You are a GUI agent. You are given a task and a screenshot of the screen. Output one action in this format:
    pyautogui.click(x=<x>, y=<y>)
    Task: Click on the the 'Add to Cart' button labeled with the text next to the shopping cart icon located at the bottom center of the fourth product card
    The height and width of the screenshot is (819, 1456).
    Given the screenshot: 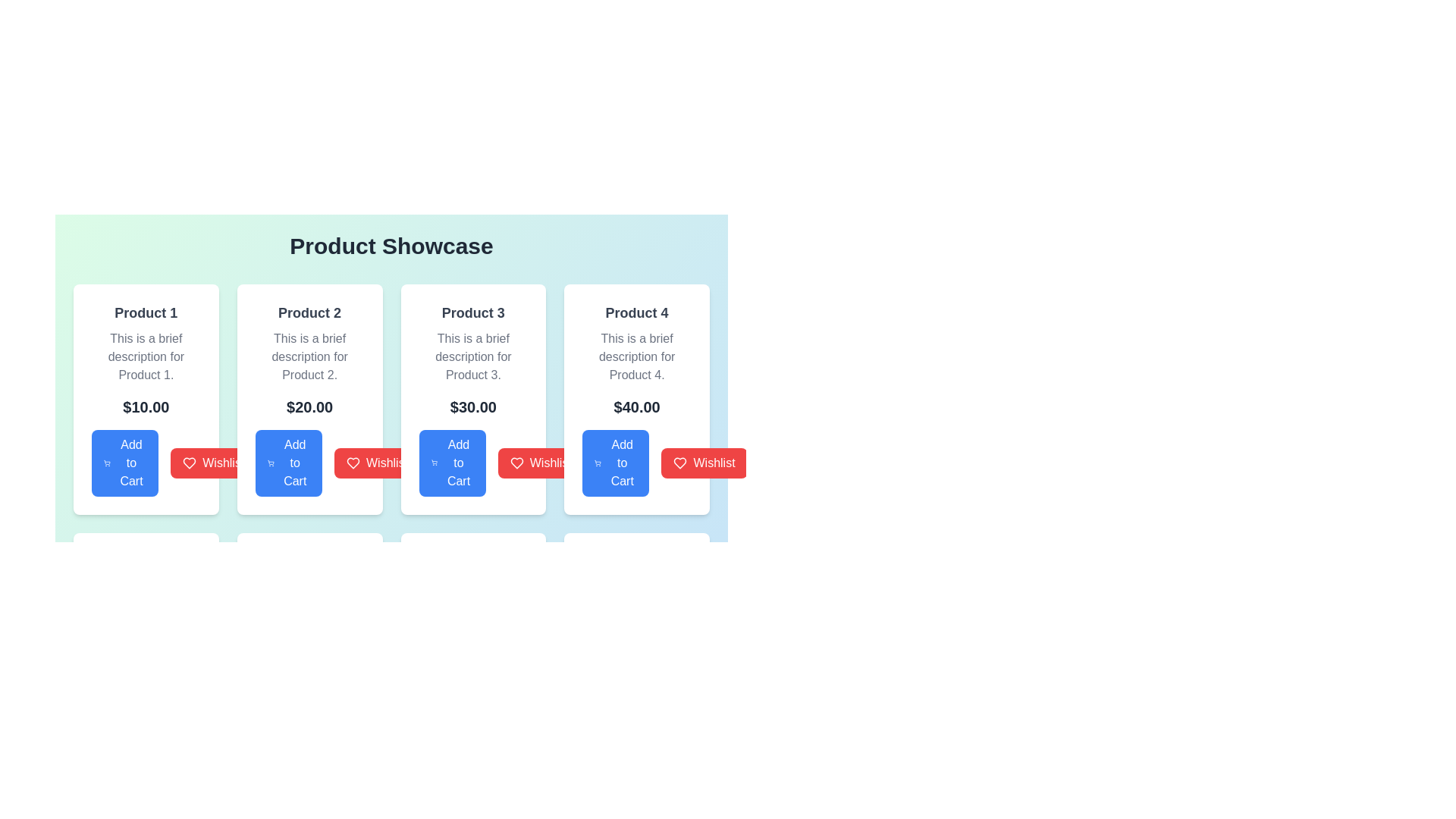 What is the action you would take?
    pyautogui.click(x=622, y=462)
    